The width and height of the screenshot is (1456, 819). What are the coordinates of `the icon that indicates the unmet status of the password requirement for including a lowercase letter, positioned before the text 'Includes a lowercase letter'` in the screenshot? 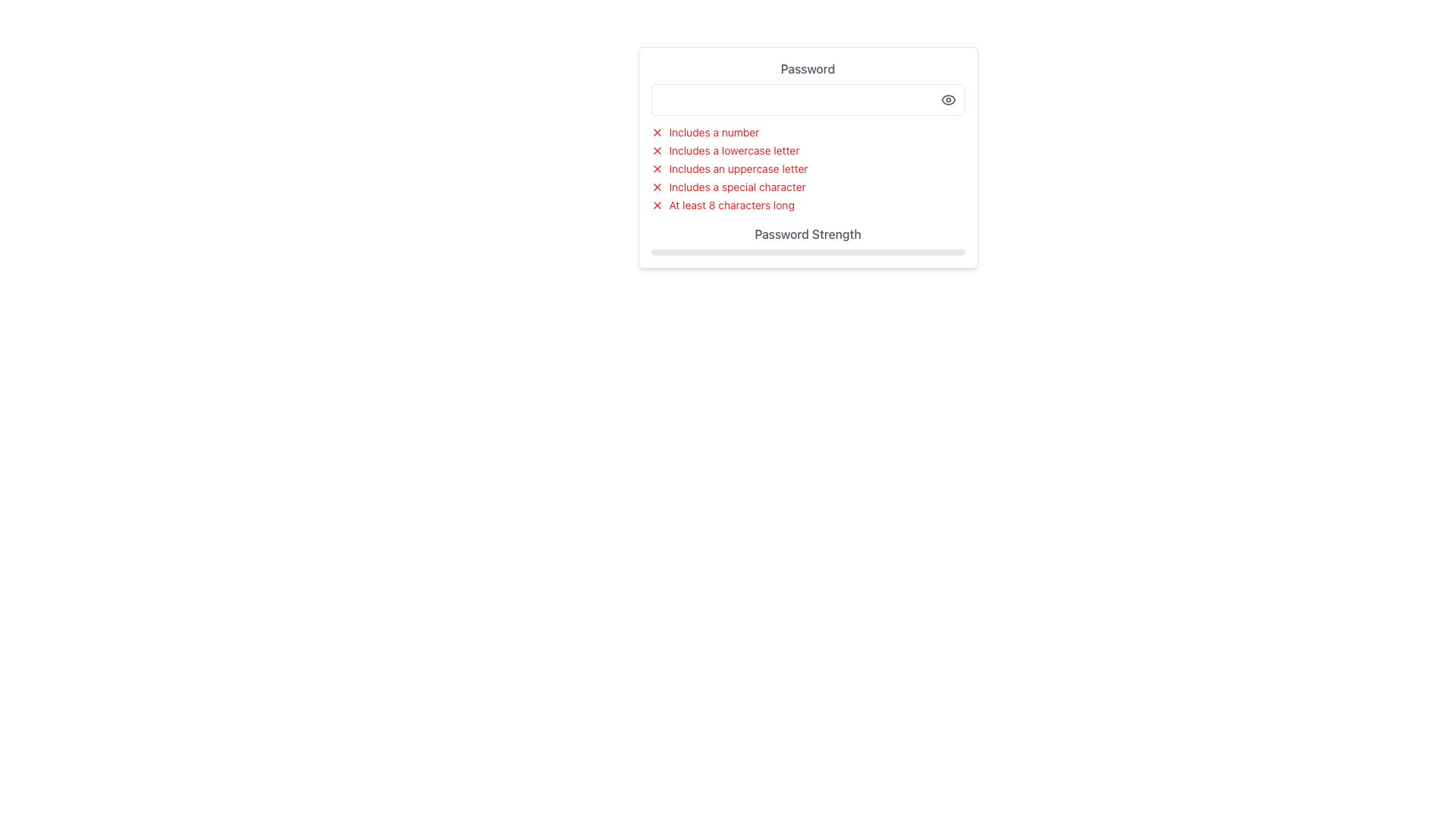 It's located at (657, 151).